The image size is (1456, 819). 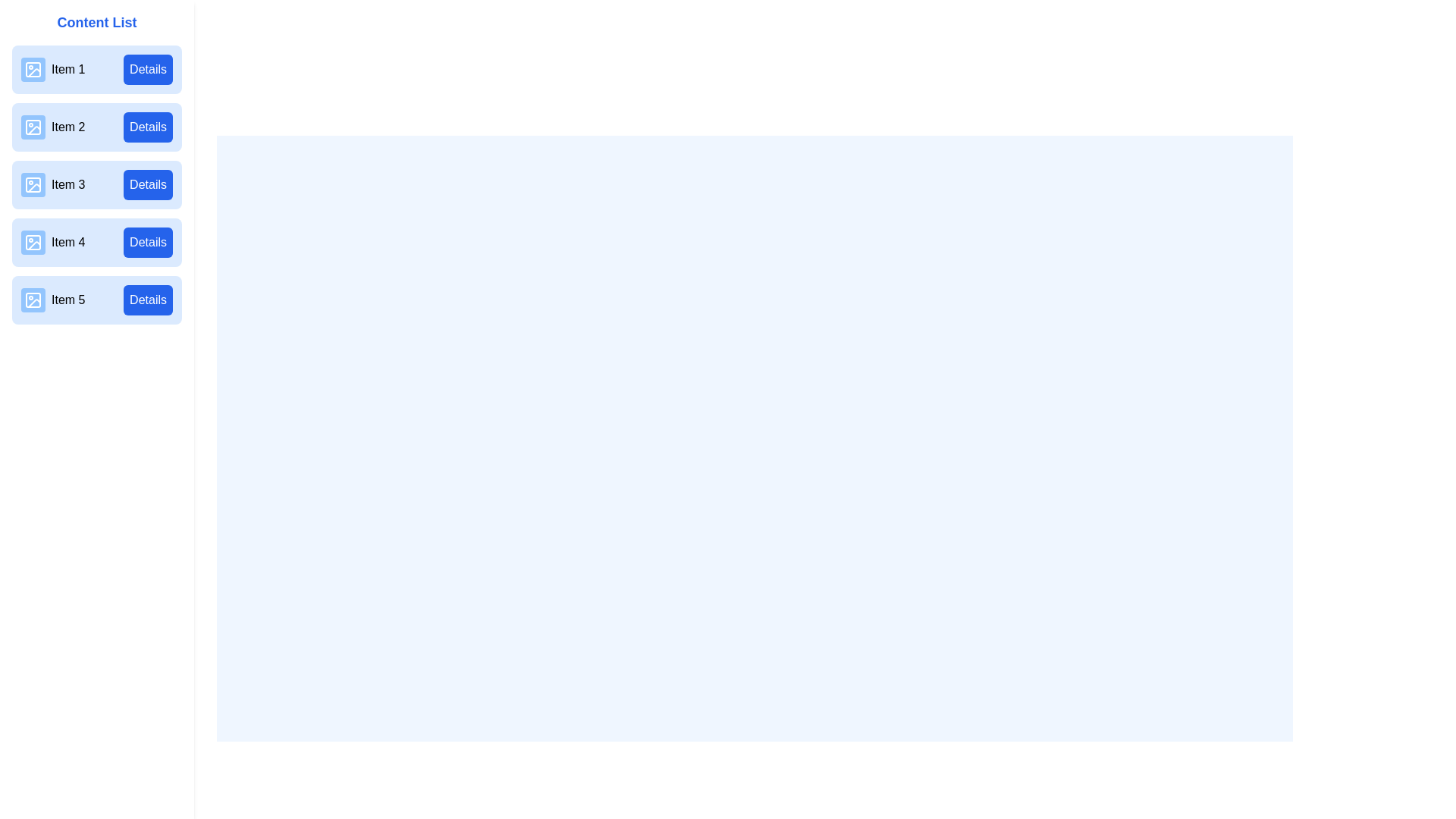 What do you see at coordinates (33, 300) in the screenshot?
I see `the icon resembling a generic image placeholder located in the fifth row of the left sidebar, which has a blue circular background and is associated with 'Item 5'` at bounding box center [33, 300].